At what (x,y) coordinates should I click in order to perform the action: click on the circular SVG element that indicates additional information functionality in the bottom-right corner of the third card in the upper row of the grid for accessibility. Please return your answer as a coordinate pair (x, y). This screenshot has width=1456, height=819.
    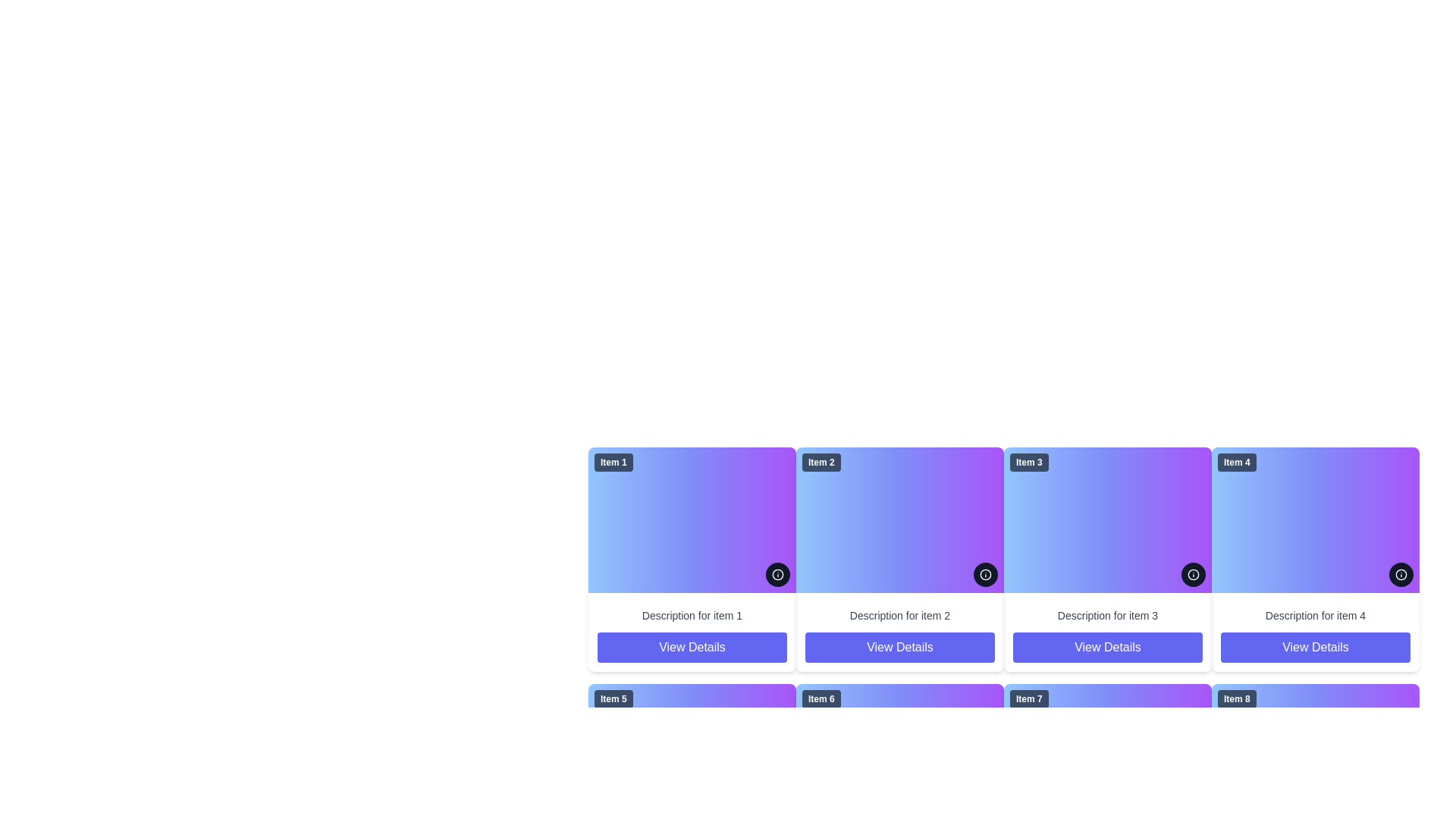
    Looking at the image, I should click on (1193, 575).